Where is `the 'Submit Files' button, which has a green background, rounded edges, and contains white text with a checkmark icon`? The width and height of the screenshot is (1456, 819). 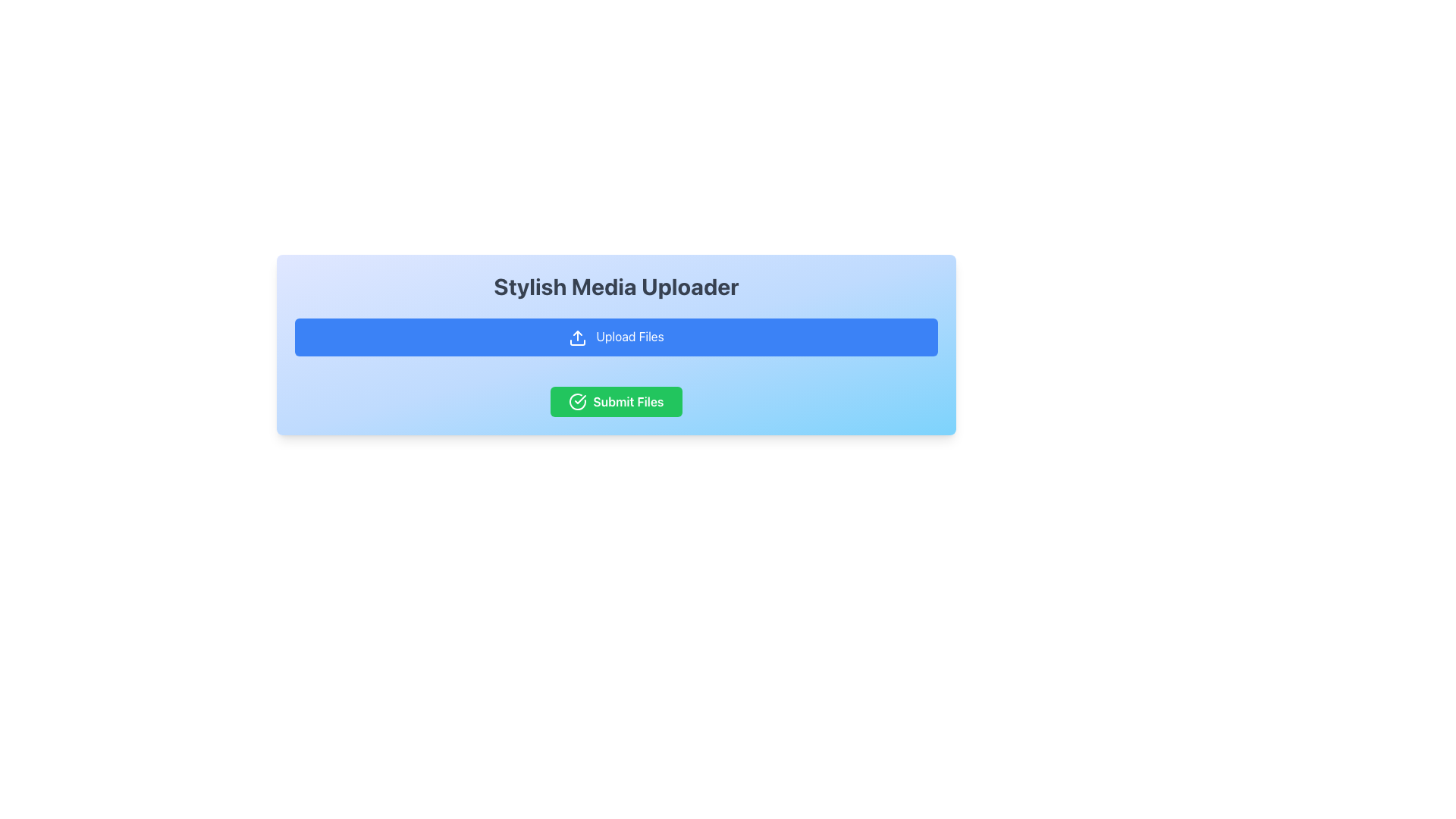
the 'Submit Files' button, which has a green background, rounded edges, and contains white text with a checkmark icon is located at coordinates (616, 400).